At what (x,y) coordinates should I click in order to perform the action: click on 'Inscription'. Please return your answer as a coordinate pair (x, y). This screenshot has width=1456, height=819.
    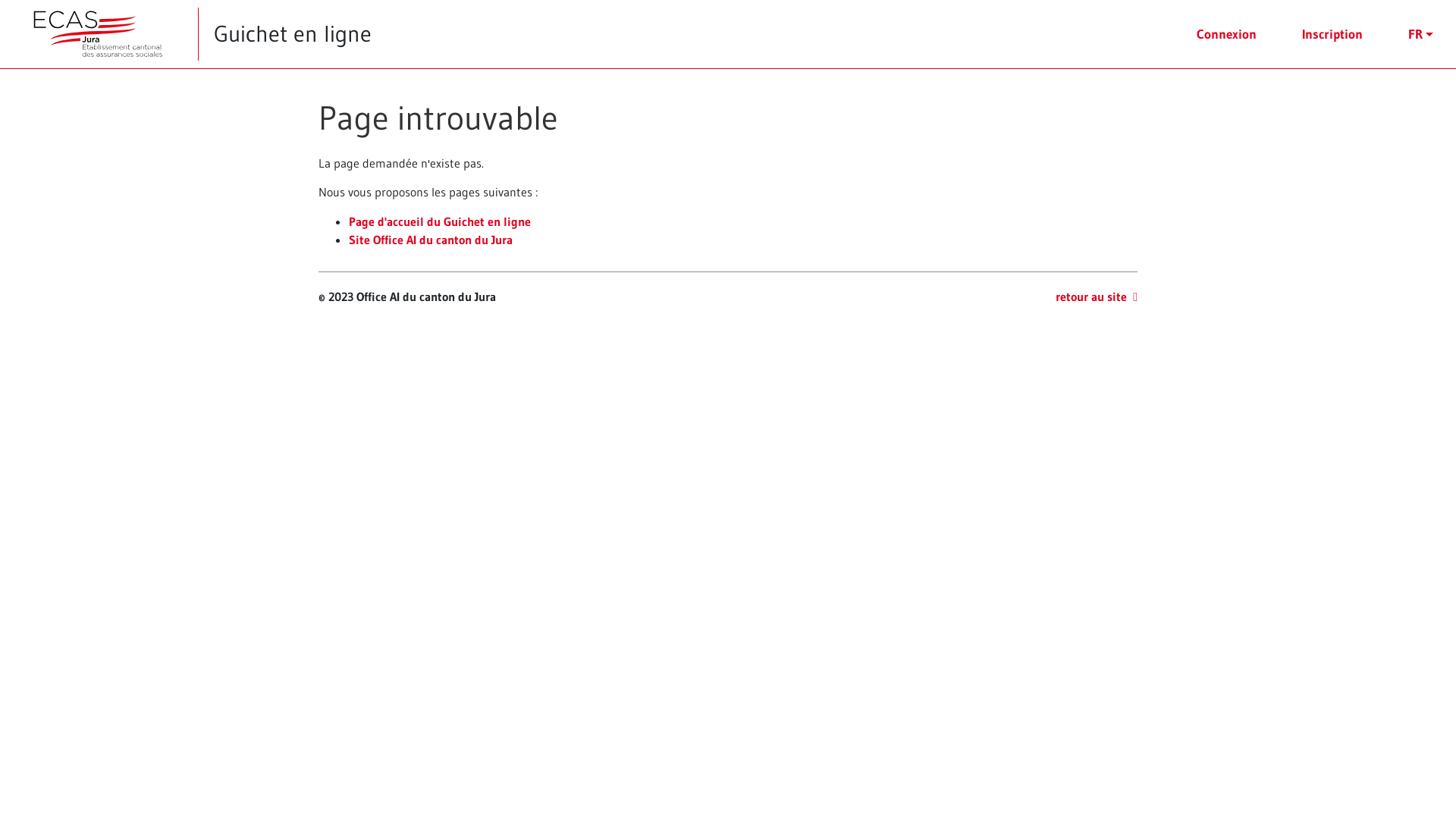
    Looking at the image, I should click on (1331, 34).